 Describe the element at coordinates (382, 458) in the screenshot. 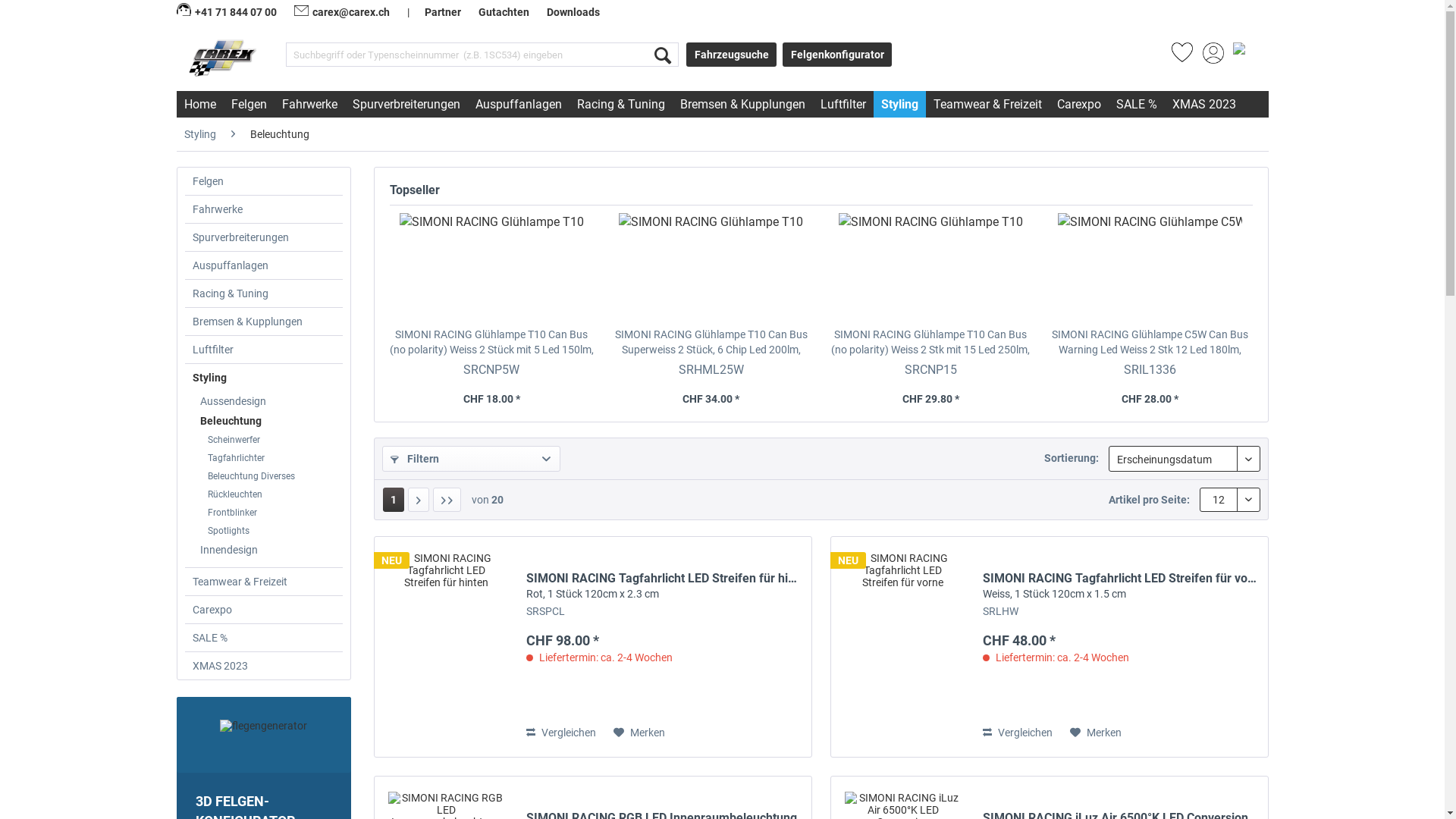

I see `'Filtern'` at that location.